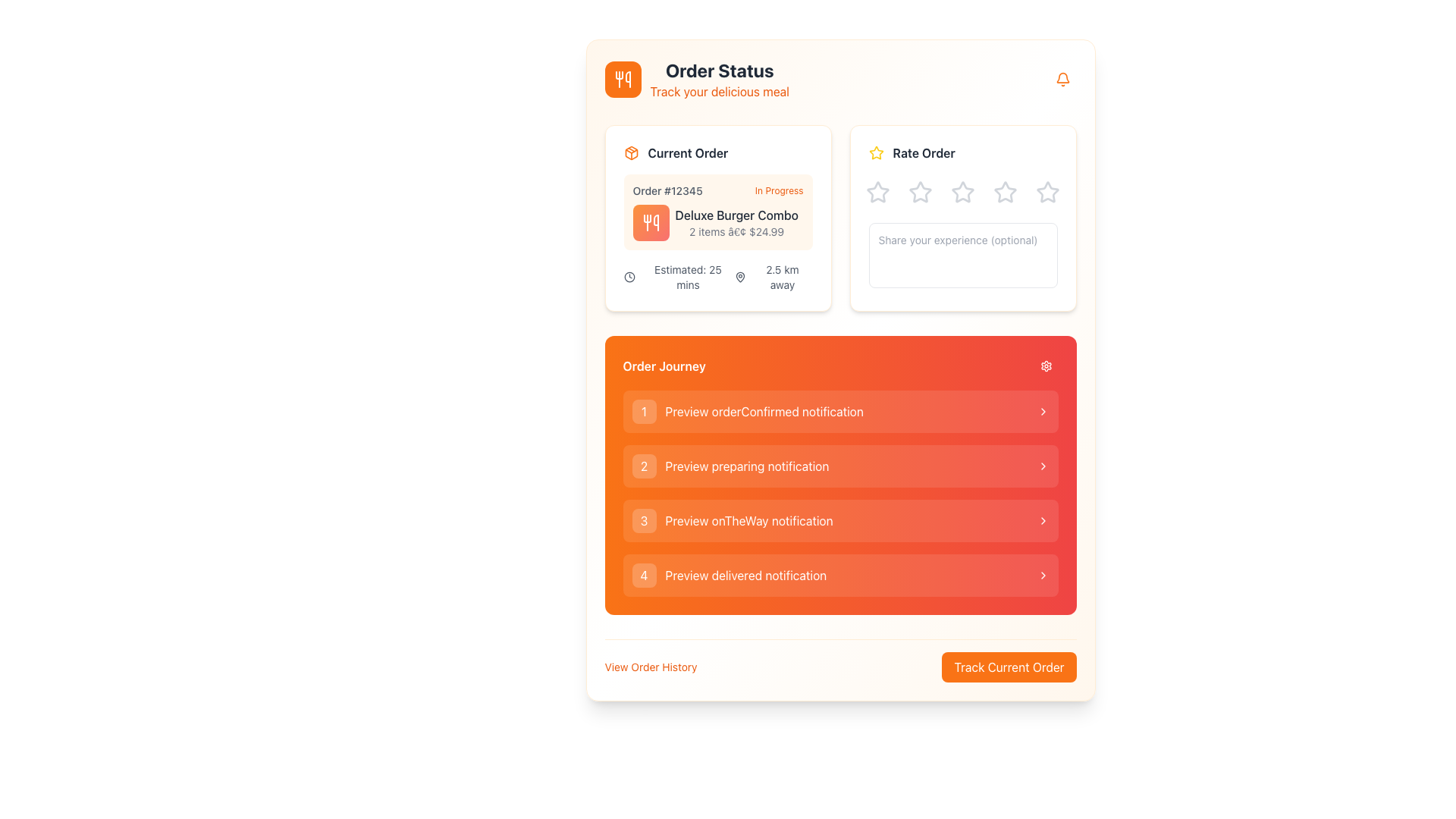 This screenshot has height=819, width=1456. I want to click on the first button-like list item in the 'Order Journey' notifications, so click(839, 412).